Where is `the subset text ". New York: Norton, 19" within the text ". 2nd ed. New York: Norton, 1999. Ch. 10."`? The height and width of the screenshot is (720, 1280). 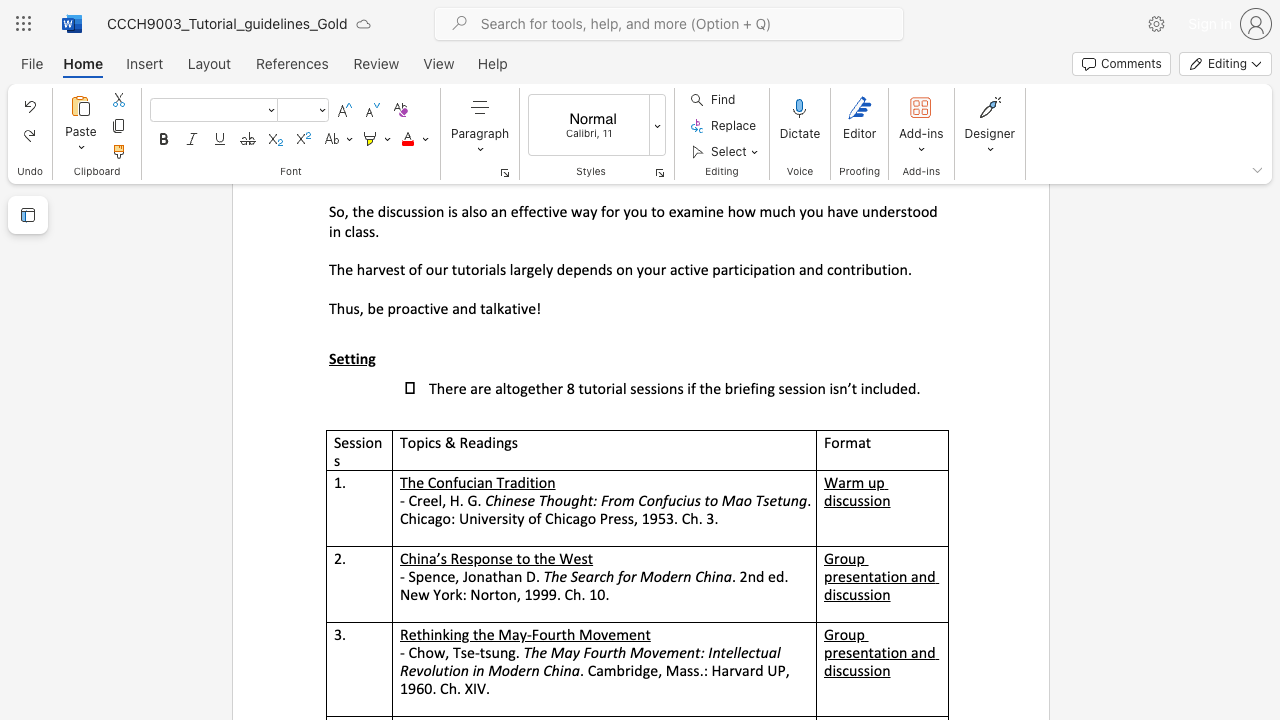
the subset text ". New York: Norton, 19" within the text ". 2nd ed. New York: Norton, 1999. Ch. 10." is located at coordinates (783, 576).